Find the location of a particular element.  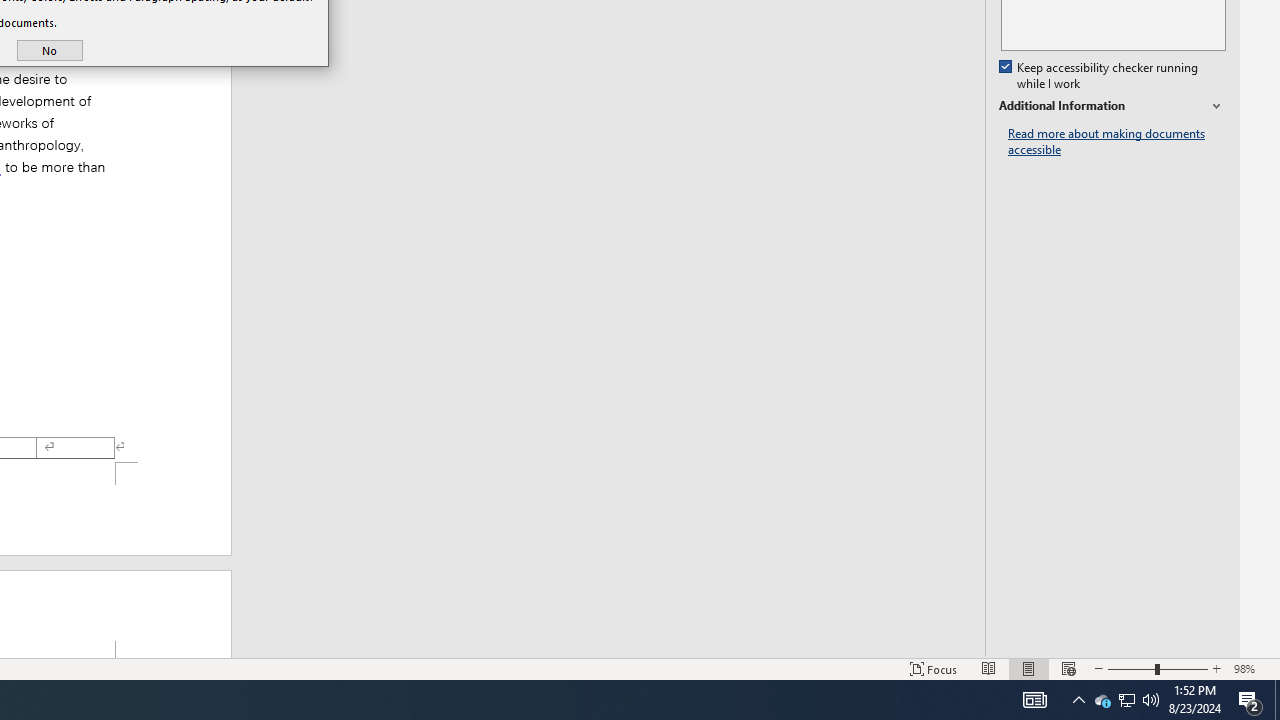

'Q2790: 100%' is located at coordinates (1151, 698).